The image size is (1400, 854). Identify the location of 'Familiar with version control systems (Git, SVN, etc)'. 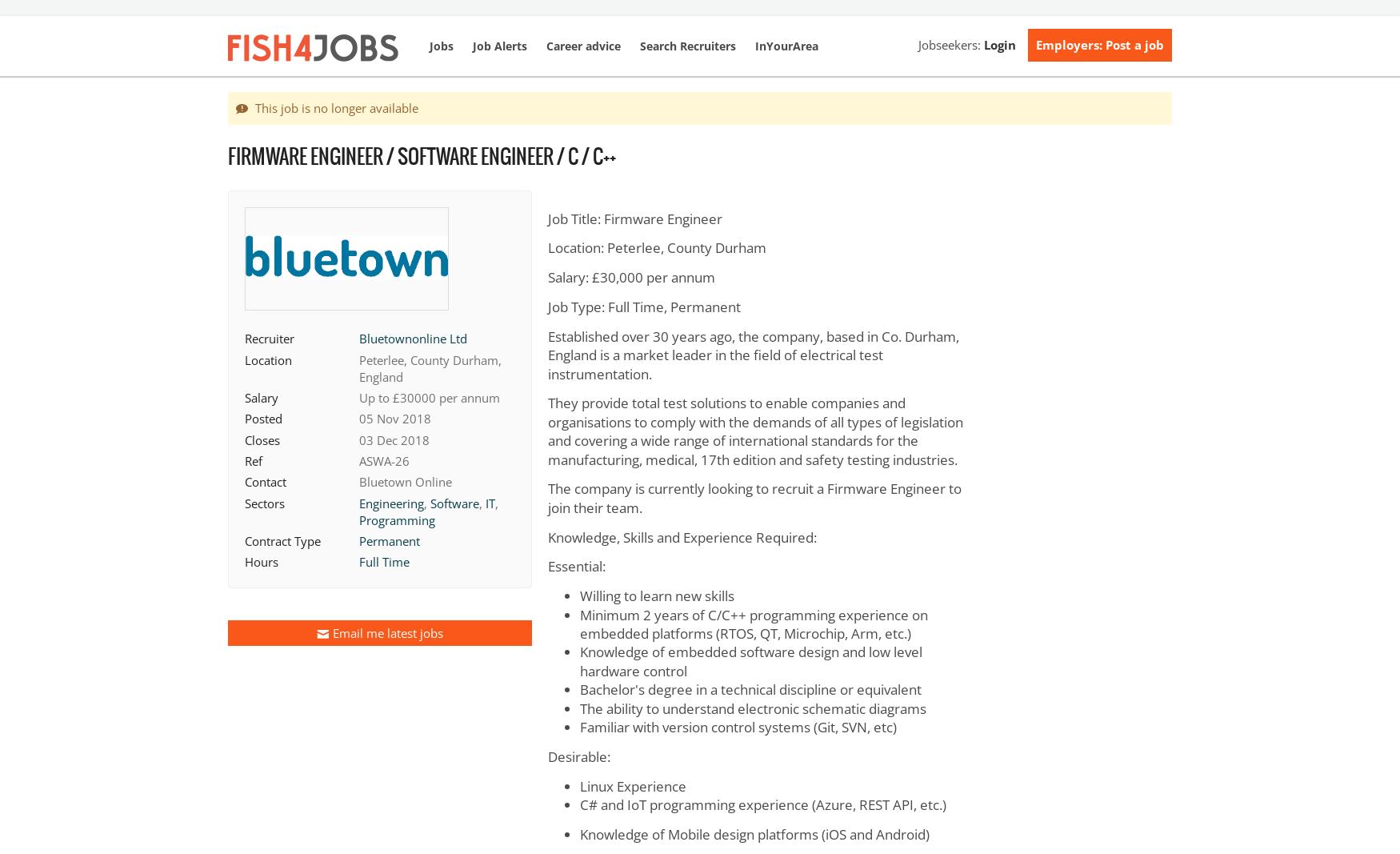
(578, 727).